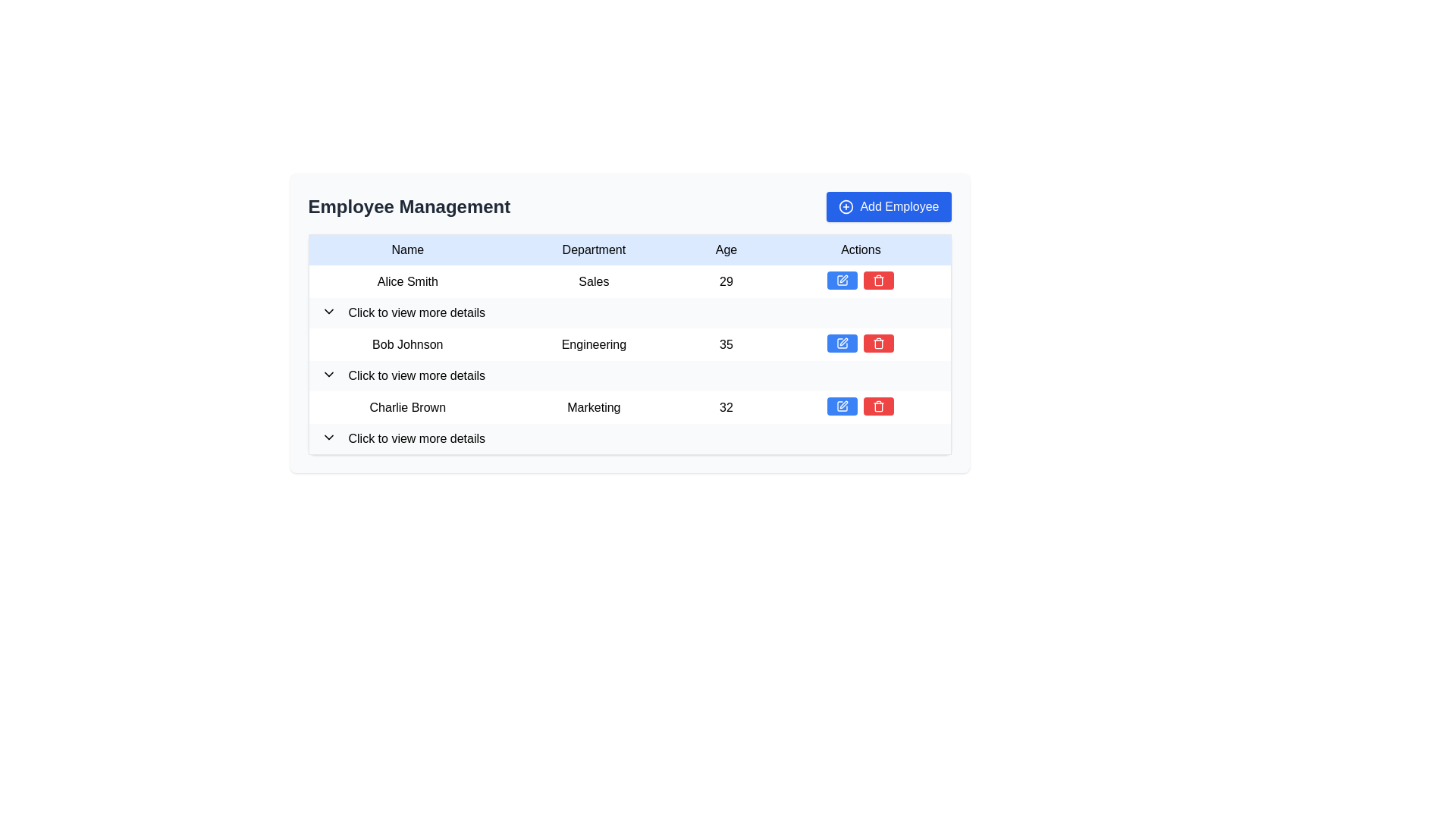 This screenshot has width=1456, height=819. Describe the element at coordinates (629, 312) in the screenshot. I see `the Expandable row toggle labeled 'Click` at that location.